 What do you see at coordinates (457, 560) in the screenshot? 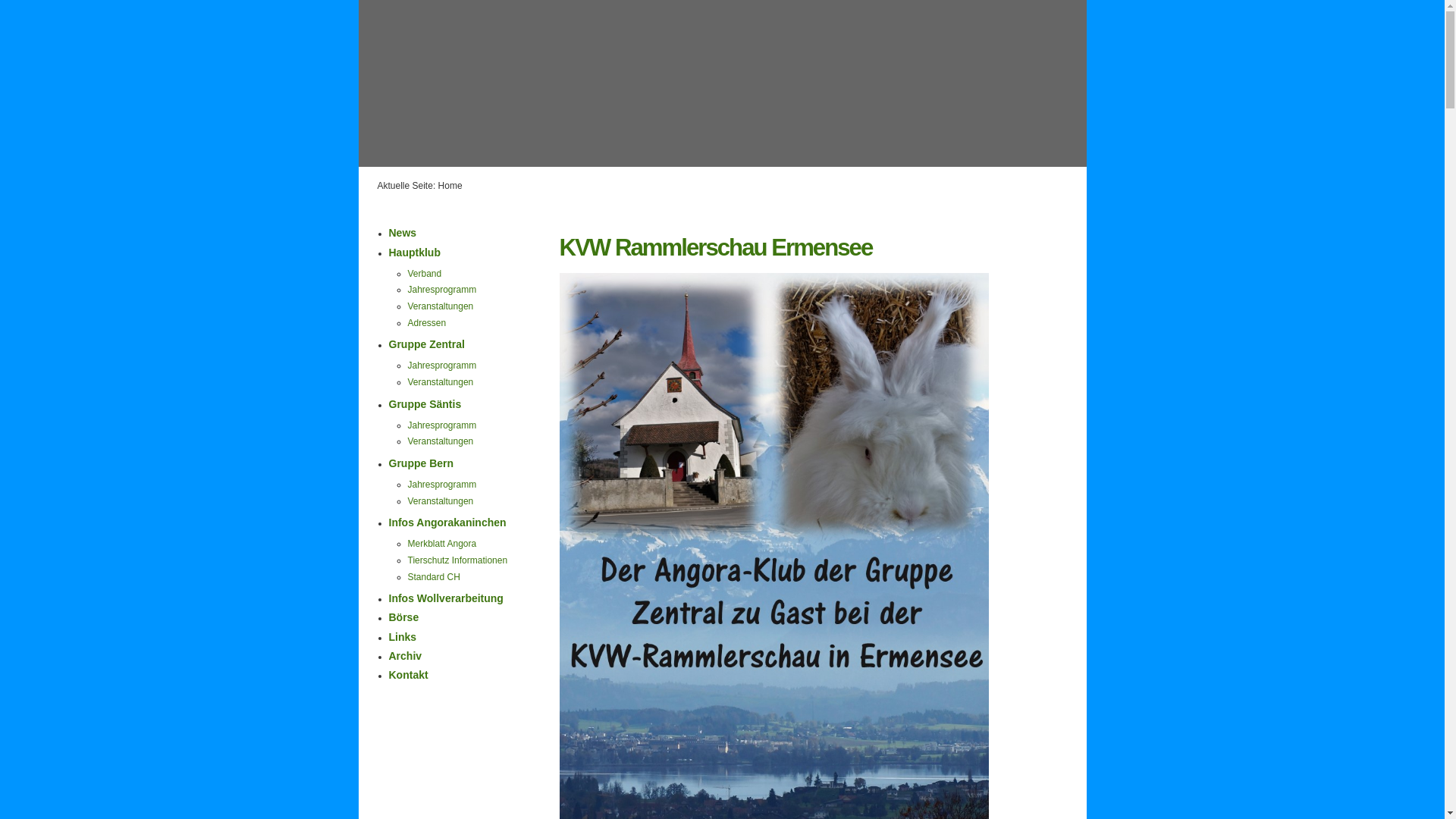
I see `'Tierschutz Informationen'` at bounding box center [457, 560].